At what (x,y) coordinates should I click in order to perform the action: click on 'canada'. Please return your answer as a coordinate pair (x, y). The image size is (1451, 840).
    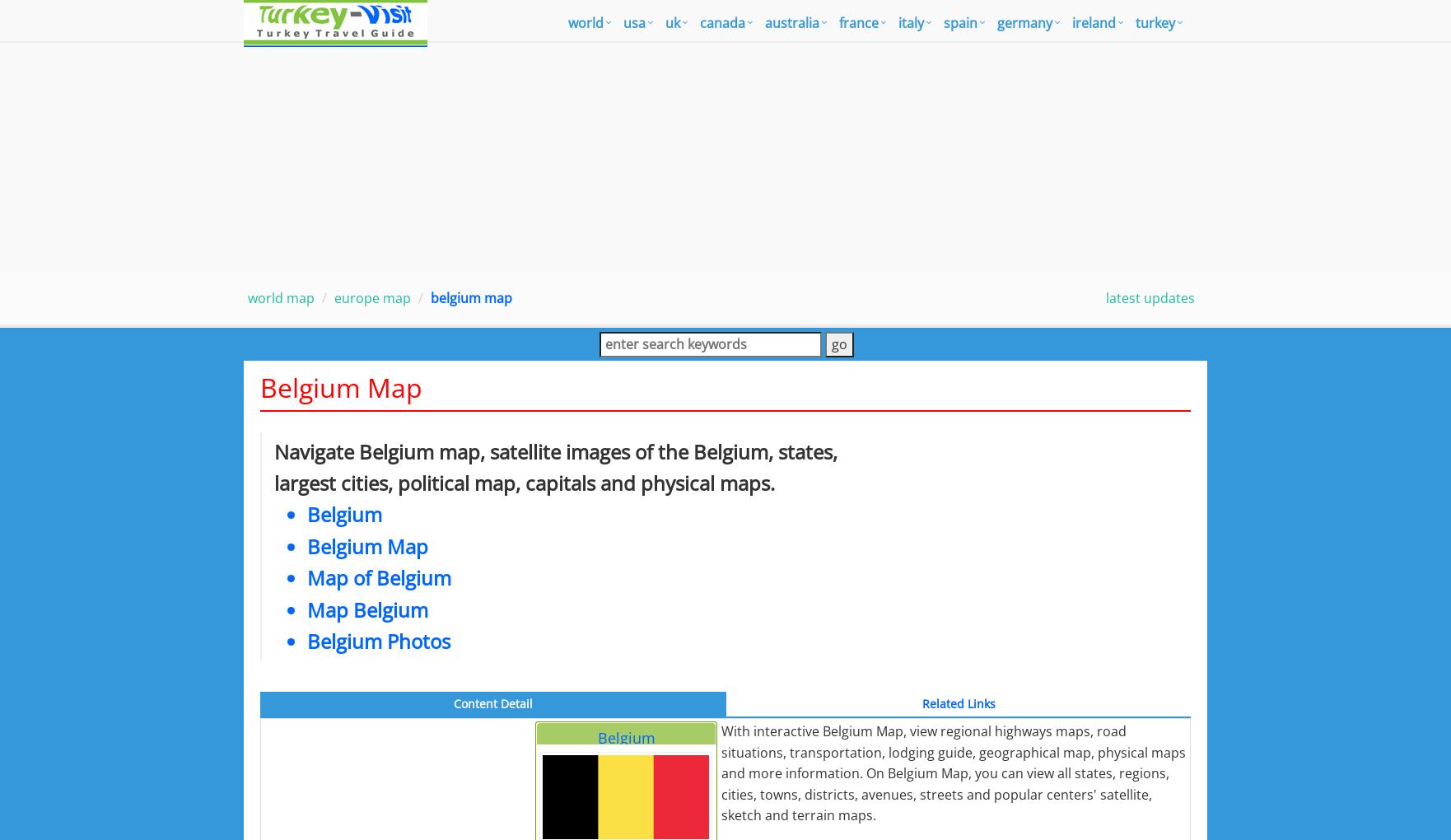
    Looking at the image, I should click on (721, 22).